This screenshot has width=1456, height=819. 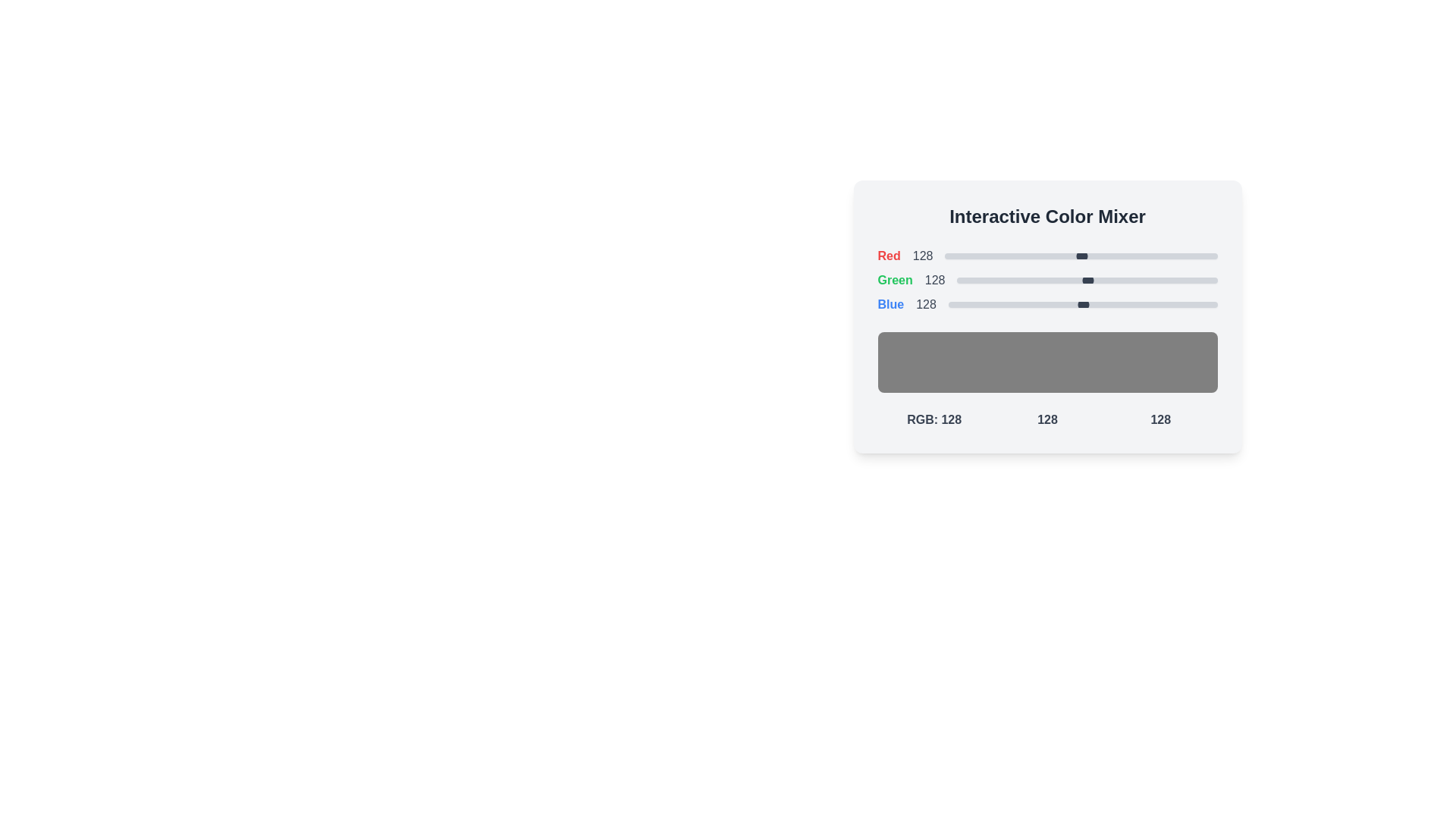 What do you see at coordinates (1173, 281) in the screenshot?
I see `the green color intensity` at bounding box center [1173, 281].